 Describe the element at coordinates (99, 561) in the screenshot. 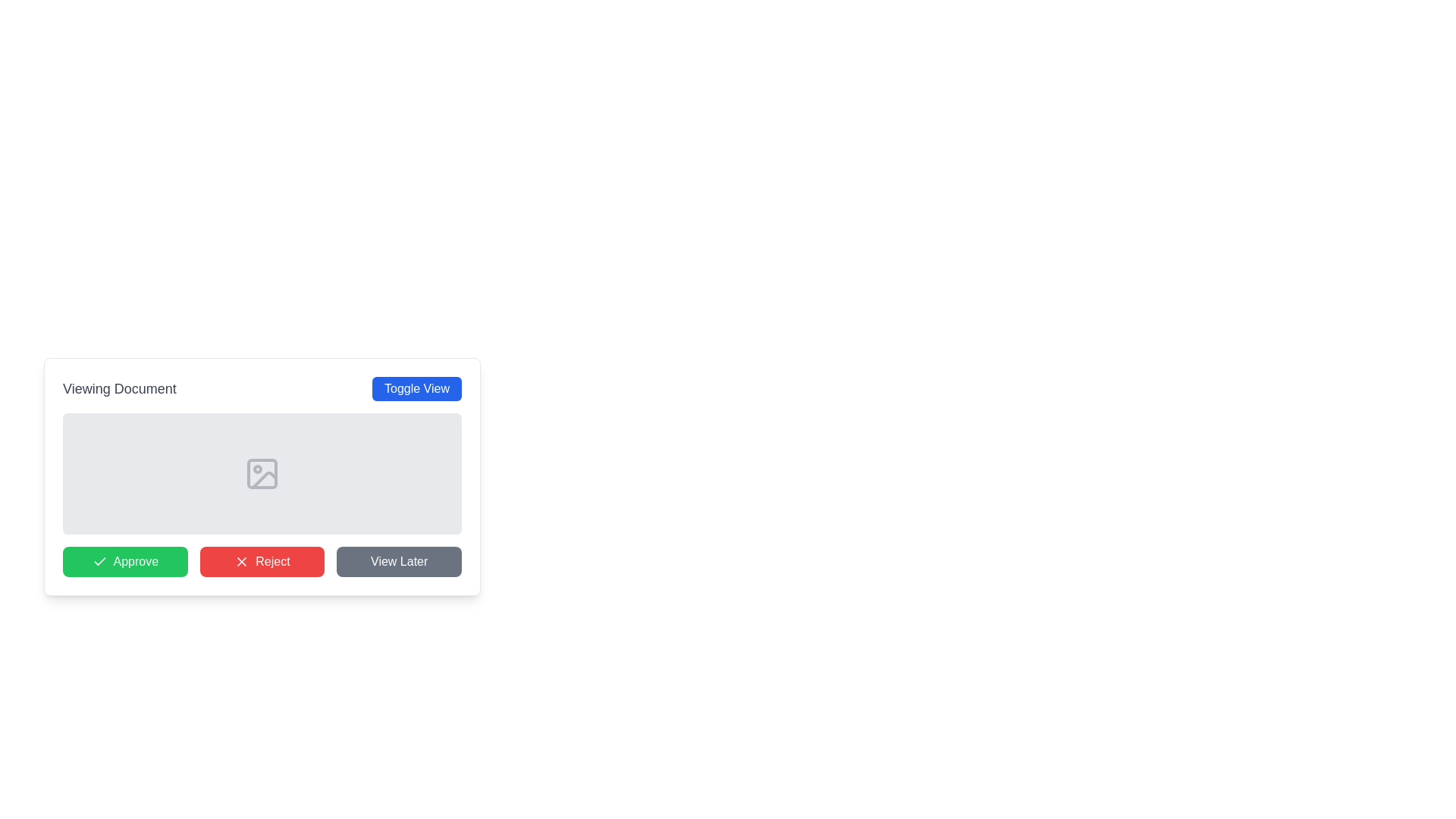

I see `the checkmark icon within the green 'Approve' button located at the bottom-left corner of the pop-up modal interface` at that location.